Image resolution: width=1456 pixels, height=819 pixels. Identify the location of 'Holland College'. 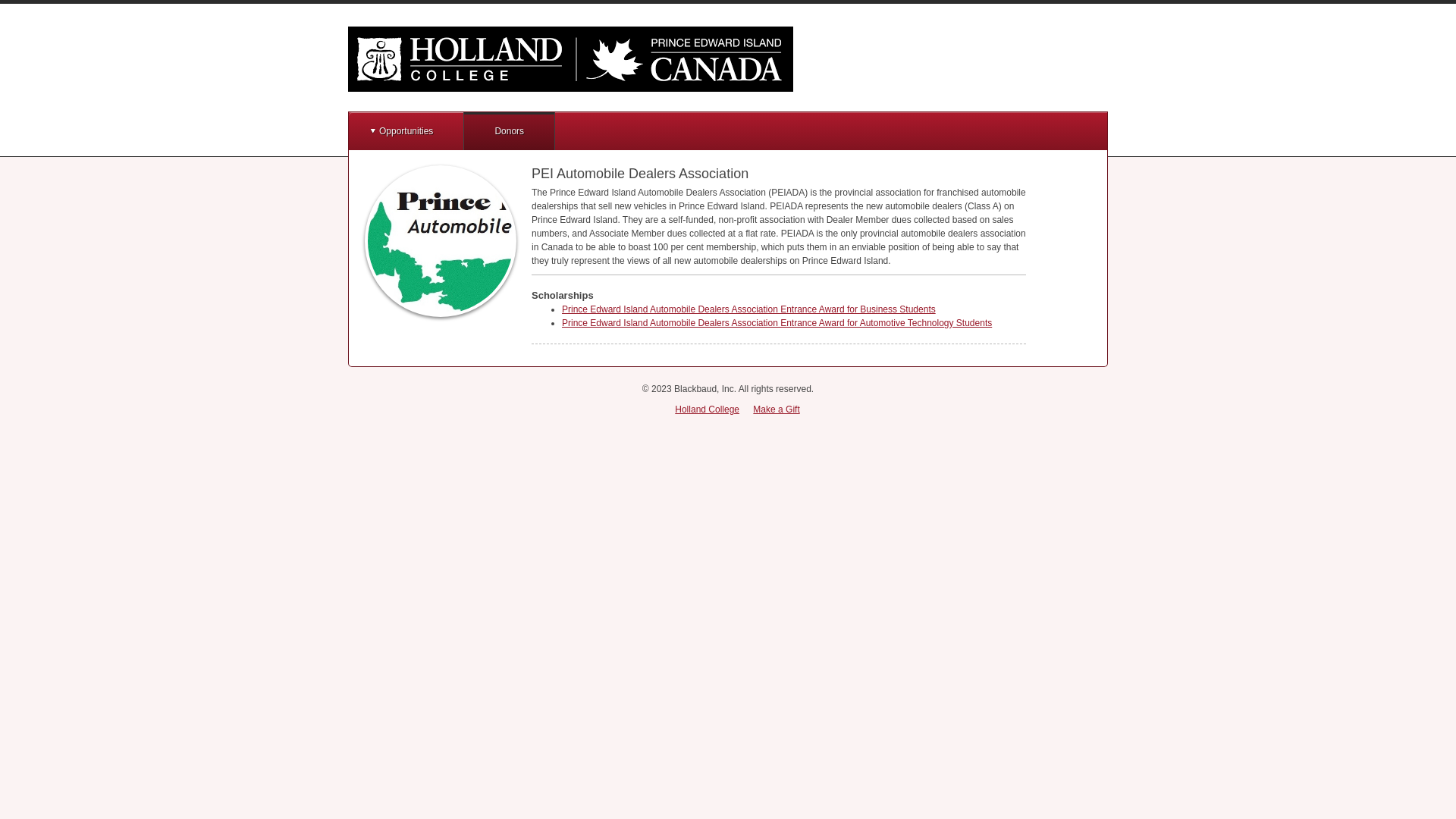
(706, 409).